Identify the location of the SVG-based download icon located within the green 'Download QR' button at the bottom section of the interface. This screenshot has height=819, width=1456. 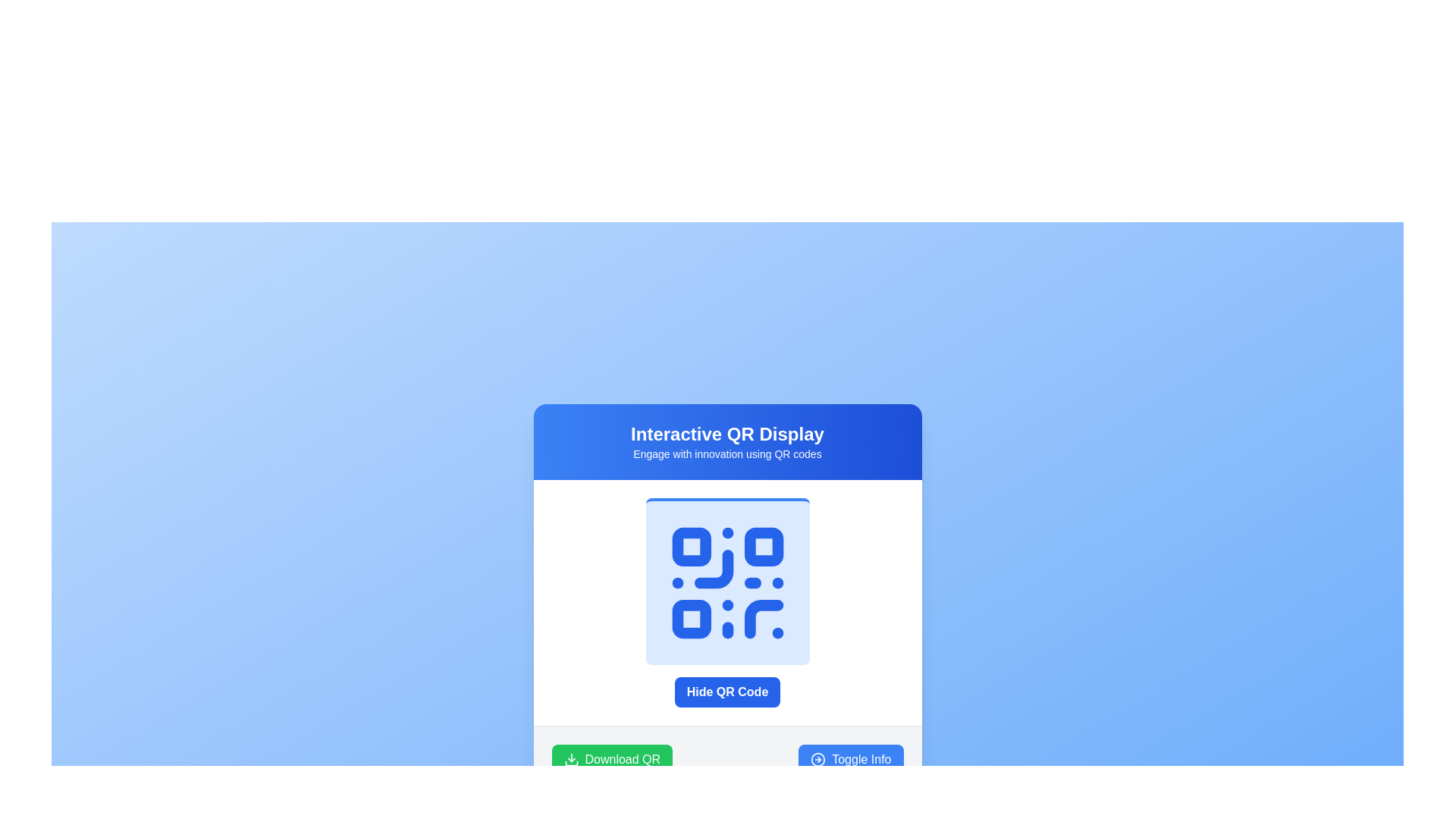
(570, 759).